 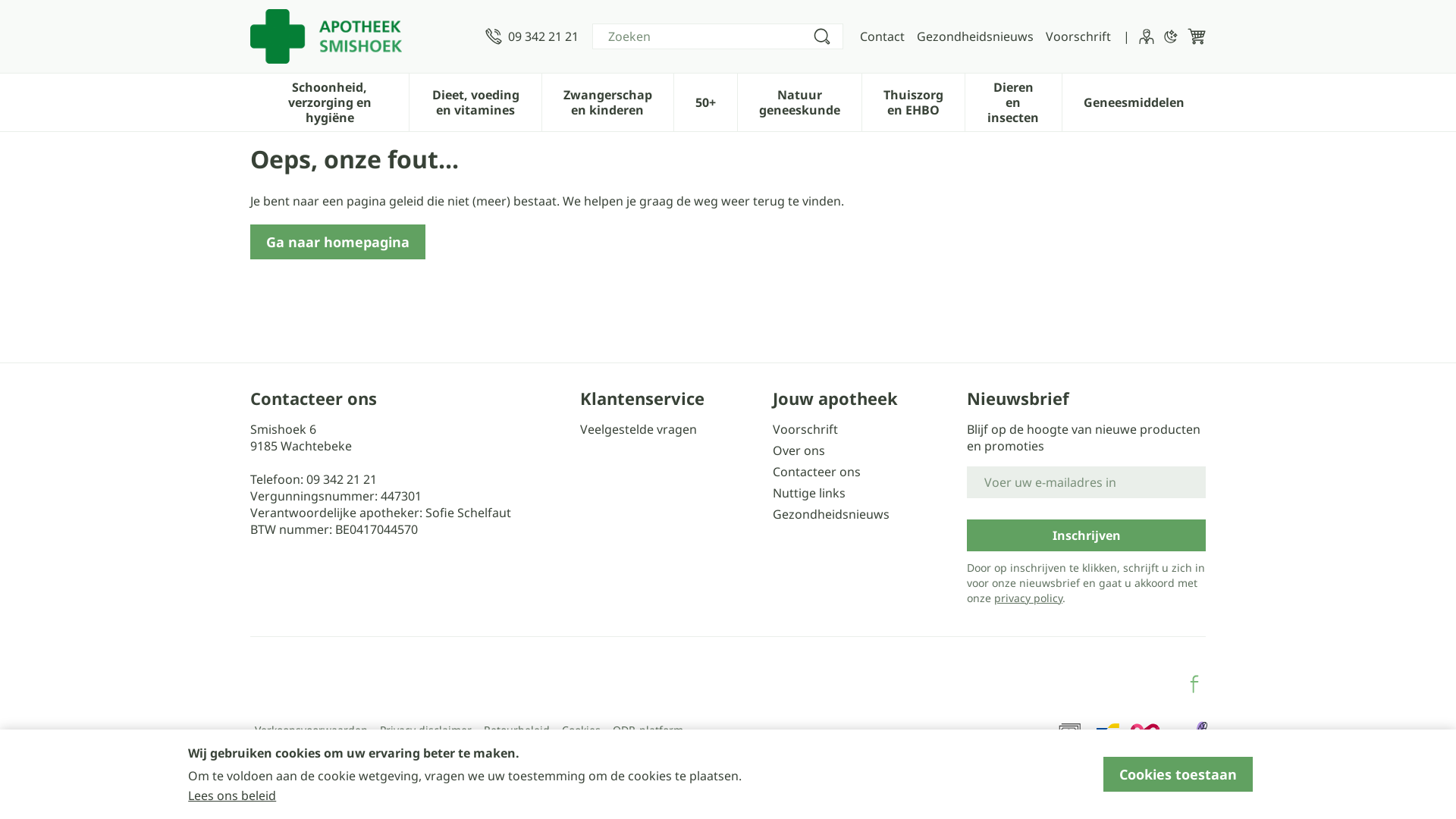 I want to click on 'Privacy disclaimer', so click(x=425, y=730).